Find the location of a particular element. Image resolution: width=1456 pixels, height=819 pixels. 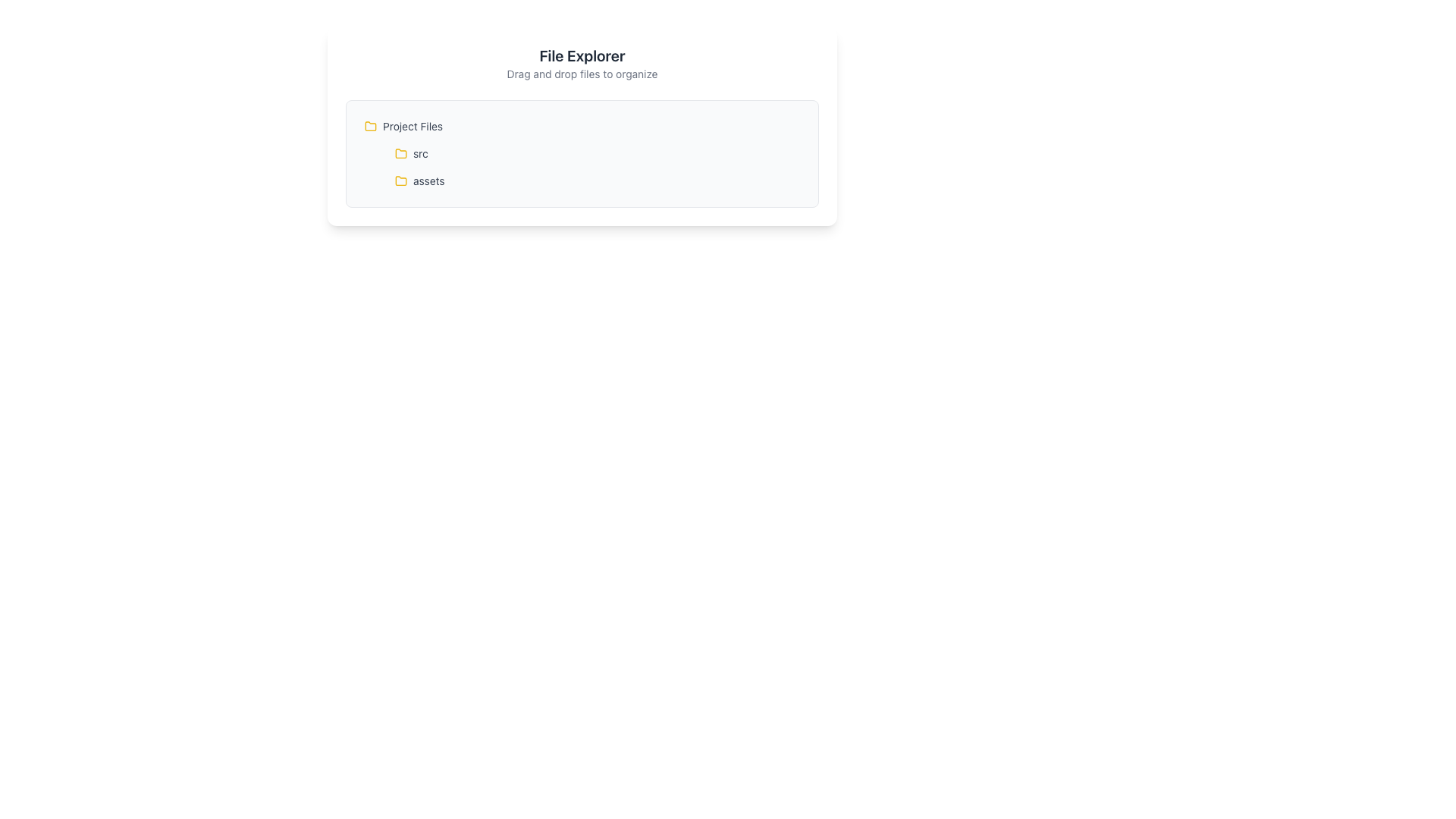

the 'assets' text label located to the right of the yellow folder icon in the file tree structure is located at coordinates (428, 180).